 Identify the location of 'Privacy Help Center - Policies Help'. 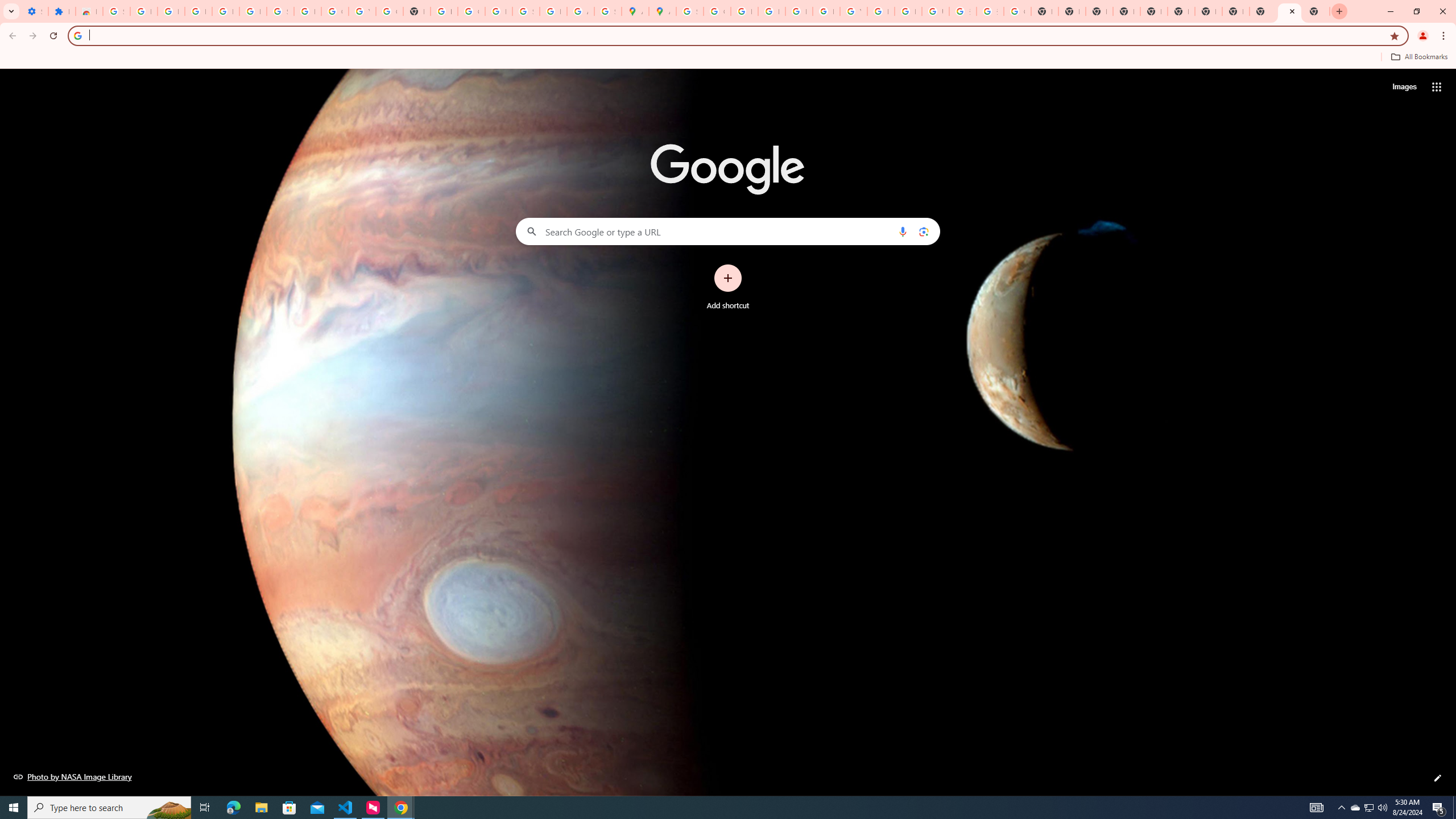
(744, 11).